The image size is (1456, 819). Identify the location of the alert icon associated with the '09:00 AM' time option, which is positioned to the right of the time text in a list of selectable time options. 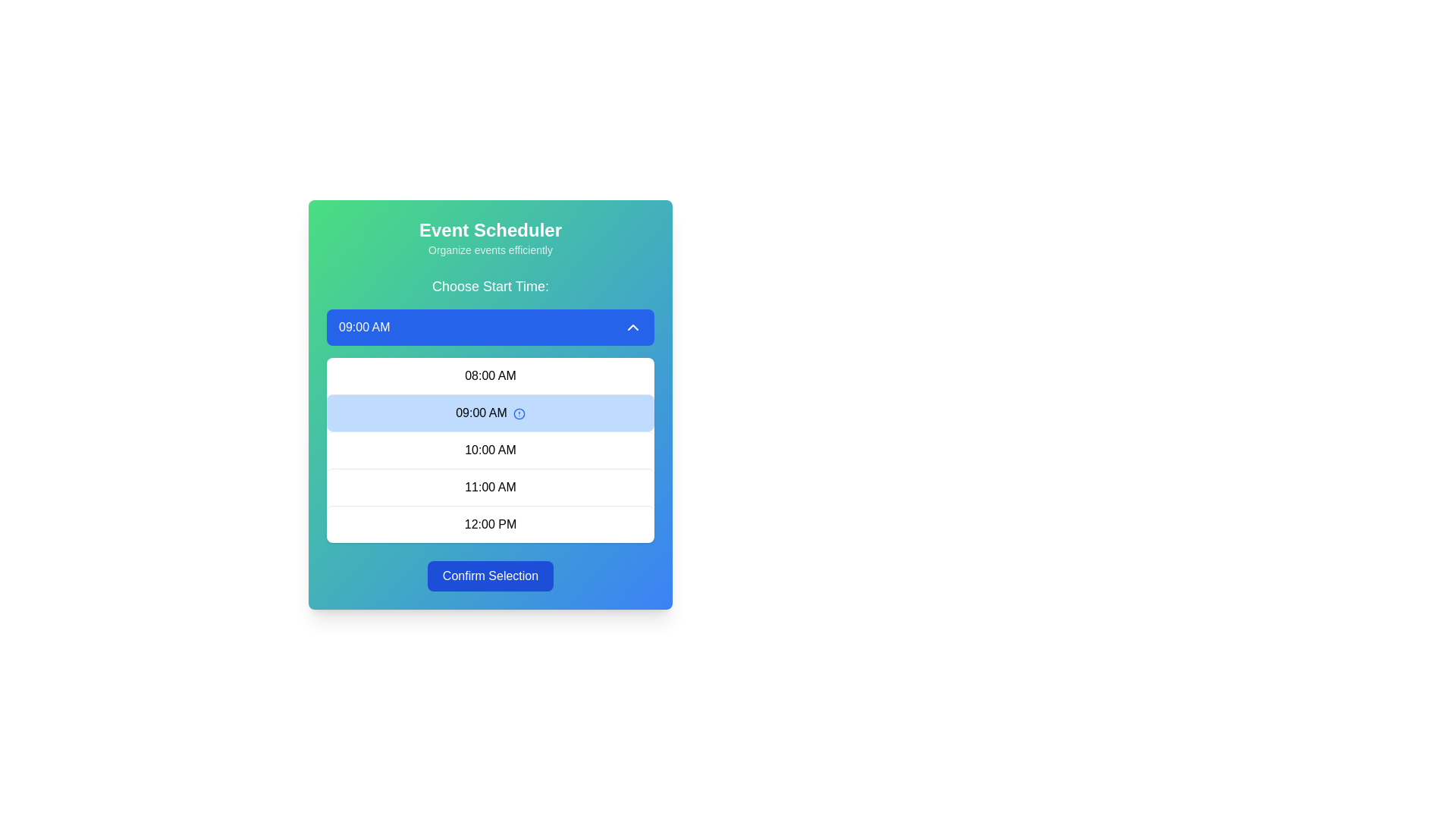
(519, 413).